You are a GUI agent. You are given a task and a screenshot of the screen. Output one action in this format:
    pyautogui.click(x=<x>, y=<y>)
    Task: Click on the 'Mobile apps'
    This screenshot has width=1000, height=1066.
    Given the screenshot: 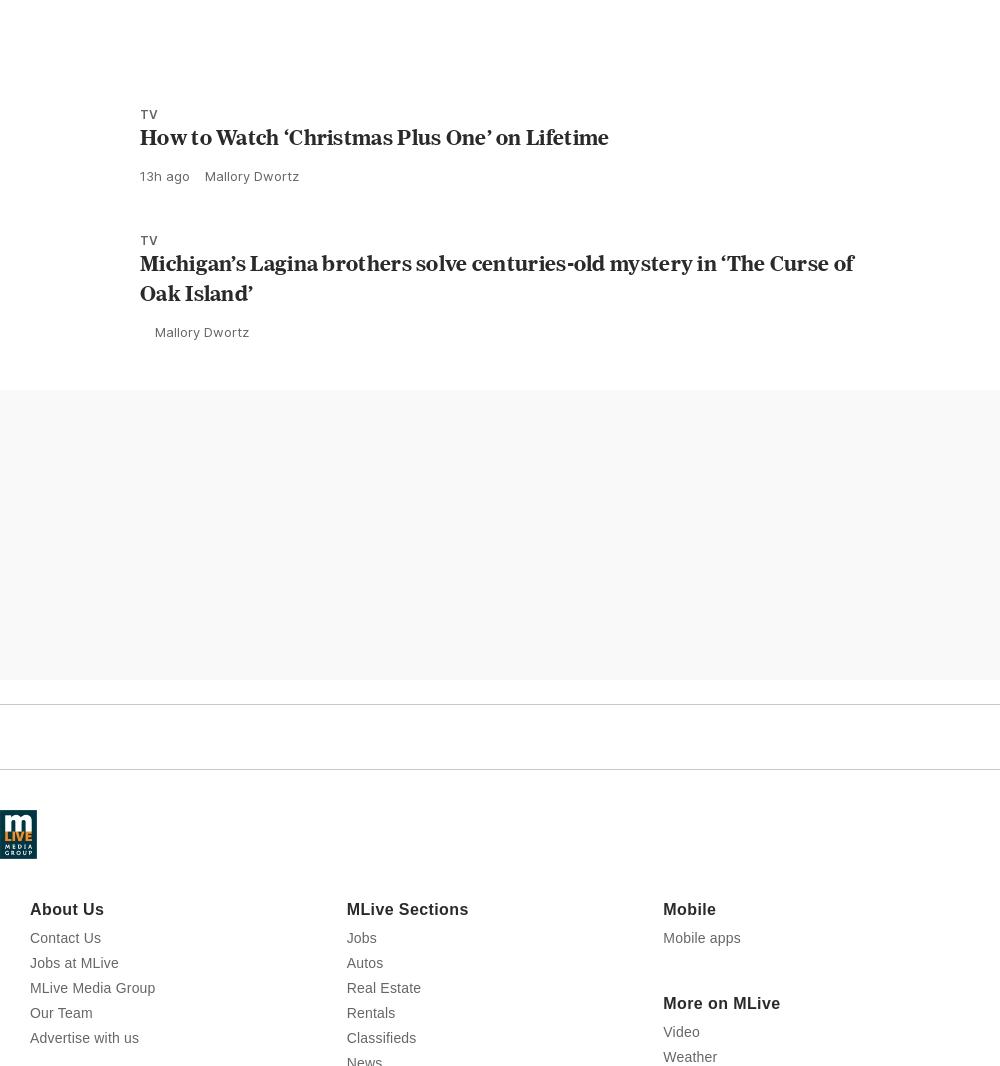 What is the action you would take?
    pyautogui.click(x=701, y=1026)
    